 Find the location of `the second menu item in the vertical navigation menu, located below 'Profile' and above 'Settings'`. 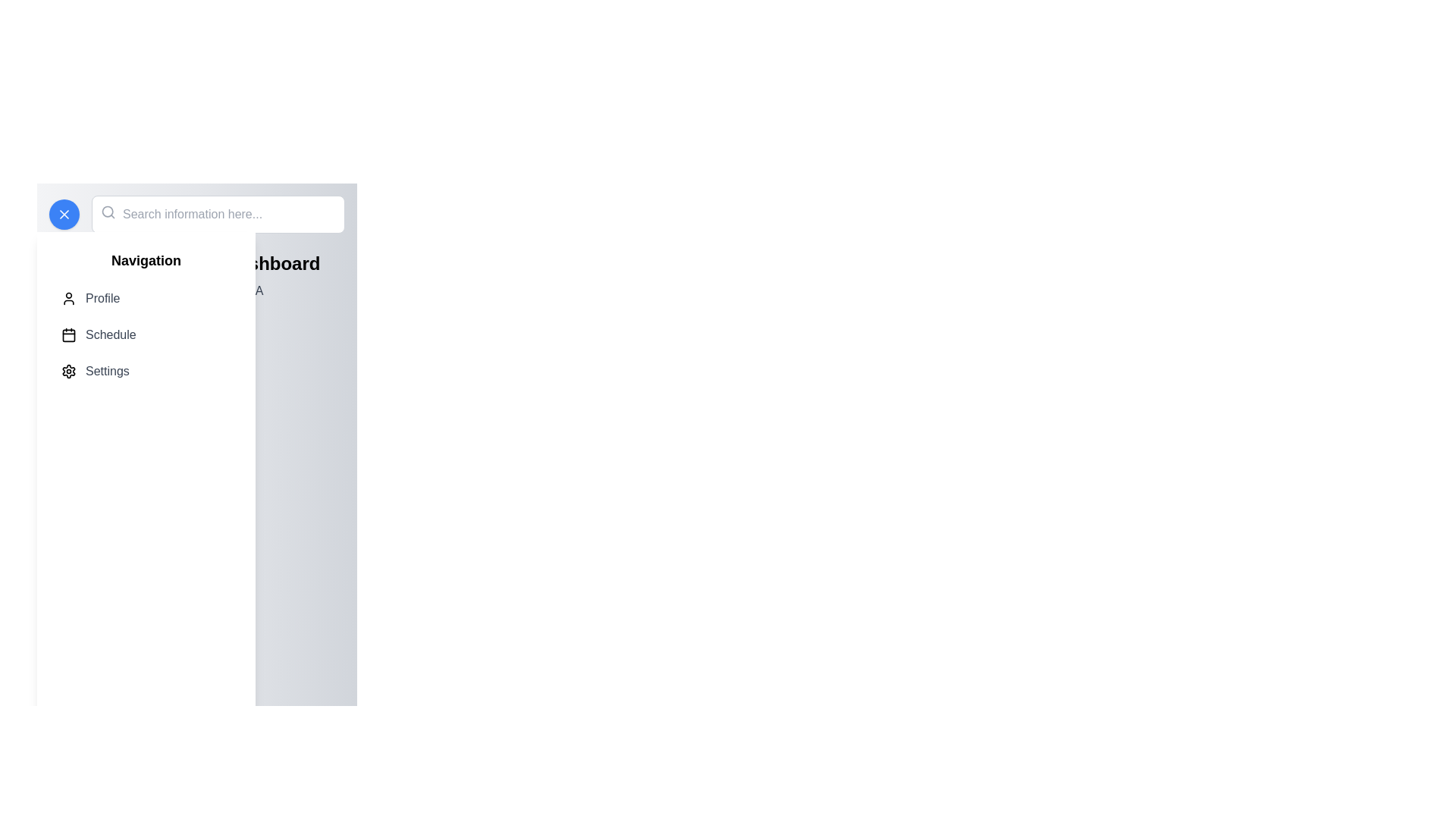

the second menu item in the vertical navigation menu, located below 'Profile' and above 'Settings' is located at coordinates (146, 334).